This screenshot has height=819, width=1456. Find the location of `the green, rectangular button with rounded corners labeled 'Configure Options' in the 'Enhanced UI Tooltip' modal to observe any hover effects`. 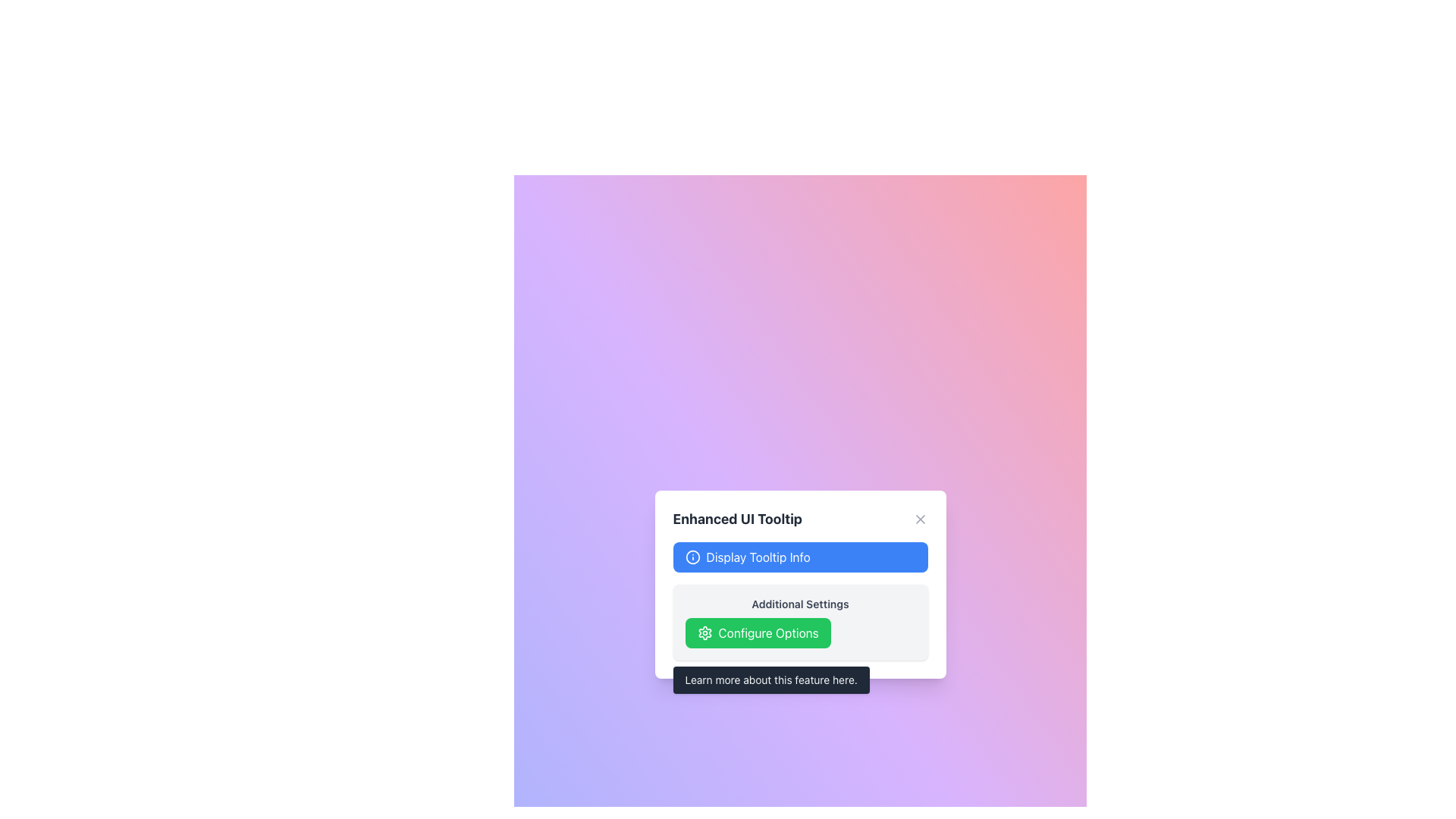

the green, rectangular button with rounded corners labeled 'Configure Options' in the 'Enhanced UI Tooltip' modal to observe any hover effects is located at coordinates (758, 632).